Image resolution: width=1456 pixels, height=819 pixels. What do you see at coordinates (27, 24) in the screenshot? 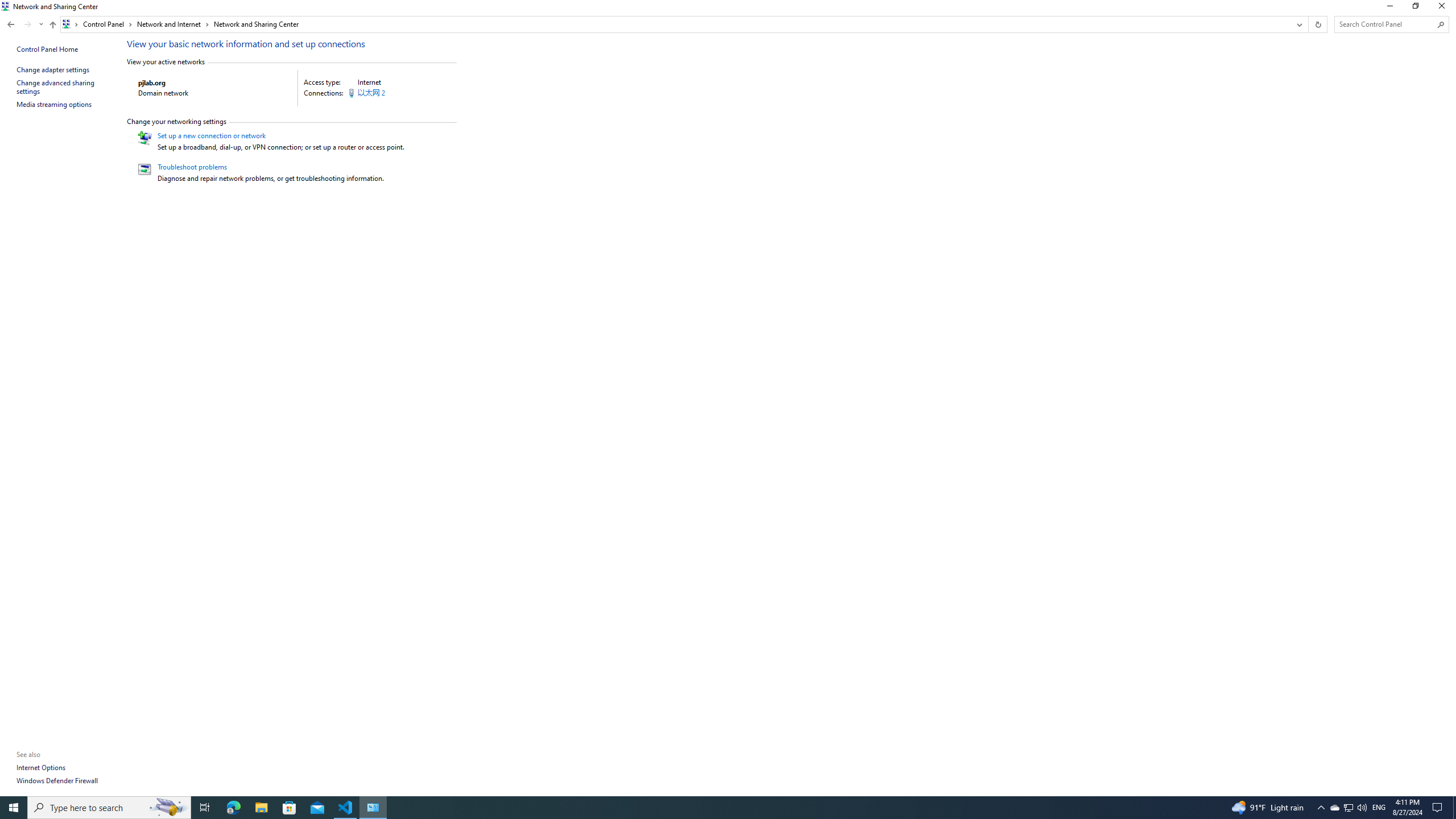
I see `'Forward (Alt + Right Arrow)'` at bounding box center [27, 24].